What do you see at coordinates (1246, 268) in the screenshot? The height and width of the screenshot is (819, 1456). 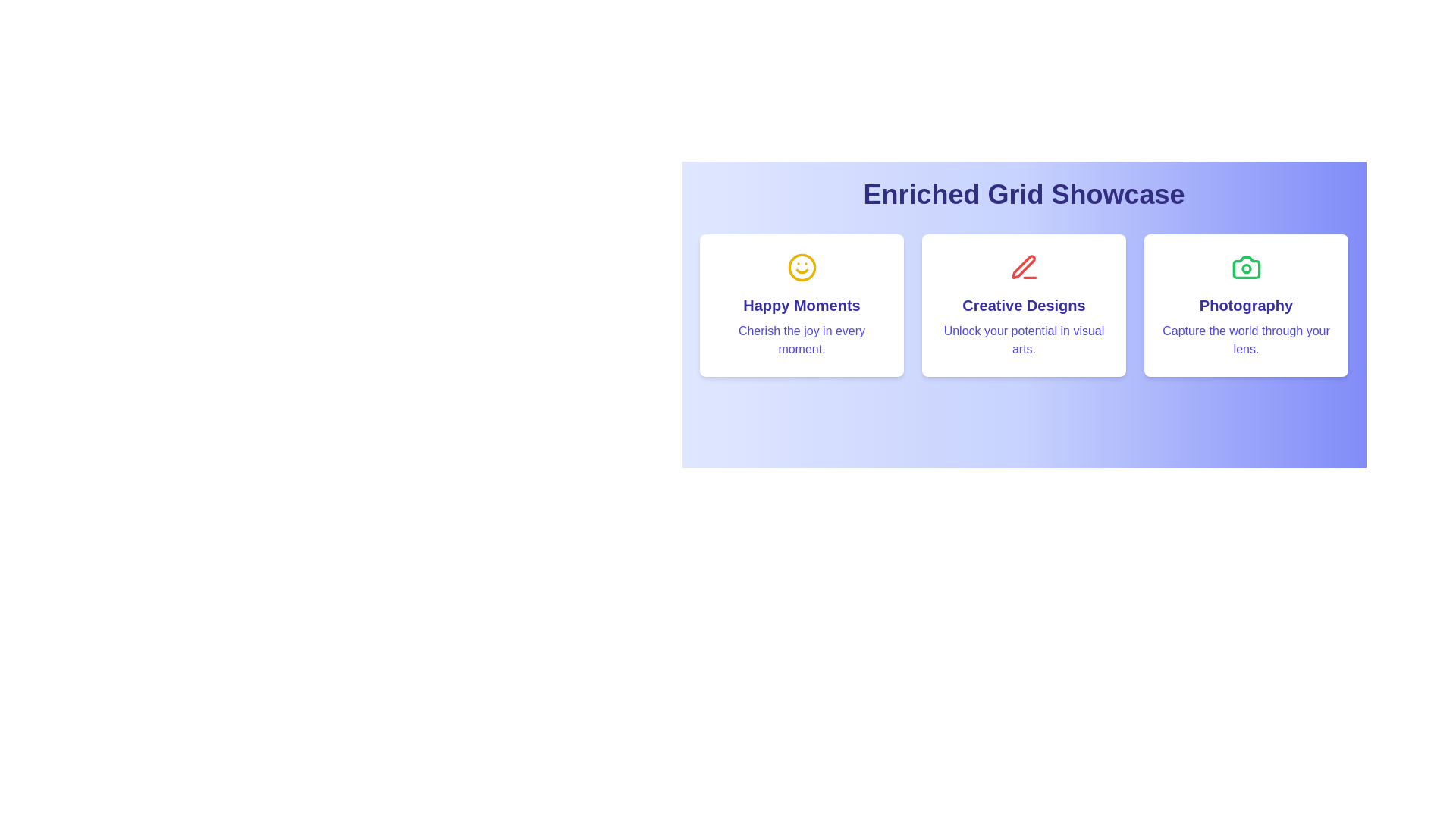 I see `the decorative circle in the center of the camera icon located within the third card labeled 'Photography' in the grid showcase section` at bounding box center [1246, 268].